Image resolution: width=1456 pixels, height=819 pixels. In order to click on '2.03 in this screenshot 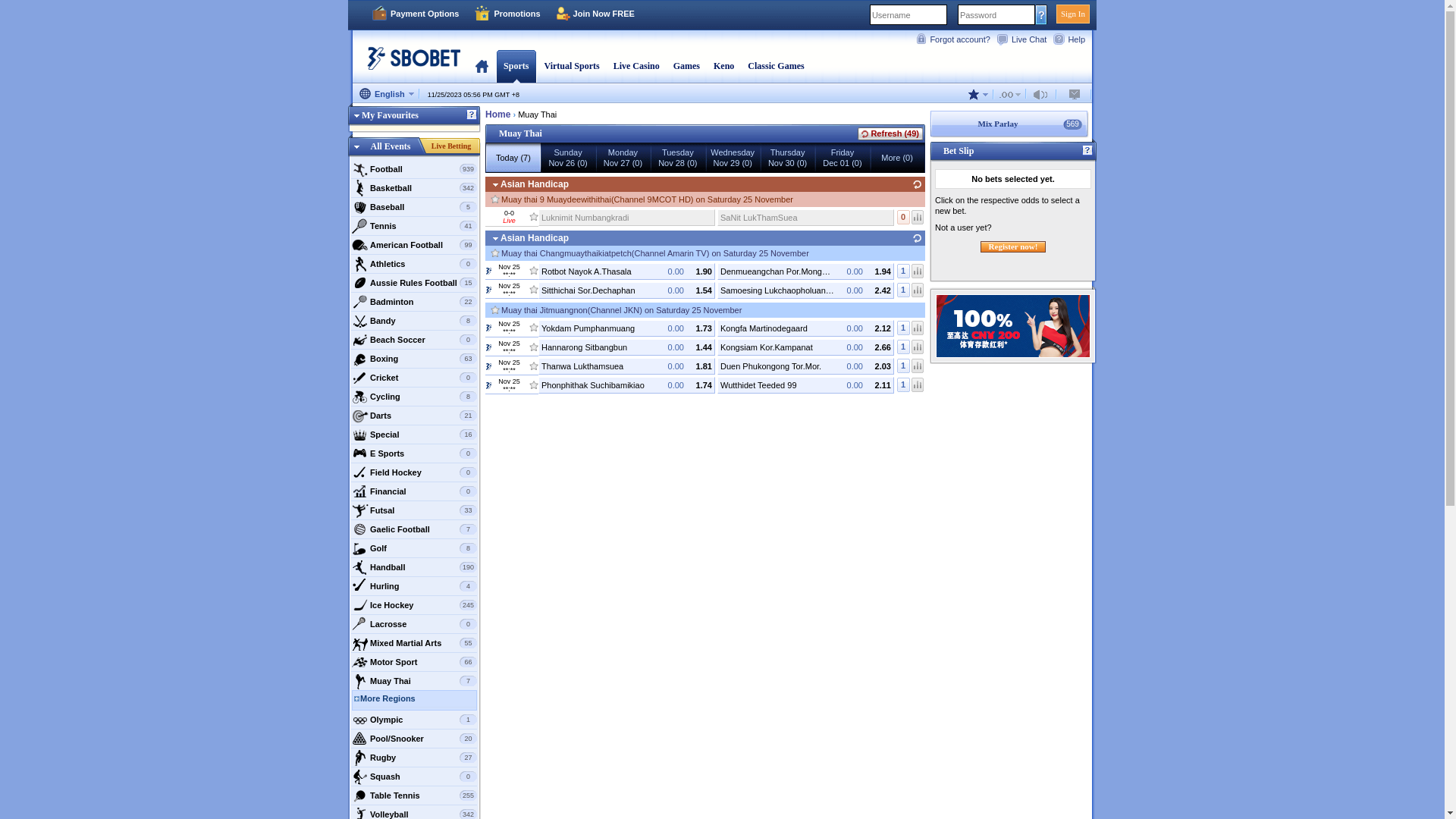, I will do `click(805, 366)`.